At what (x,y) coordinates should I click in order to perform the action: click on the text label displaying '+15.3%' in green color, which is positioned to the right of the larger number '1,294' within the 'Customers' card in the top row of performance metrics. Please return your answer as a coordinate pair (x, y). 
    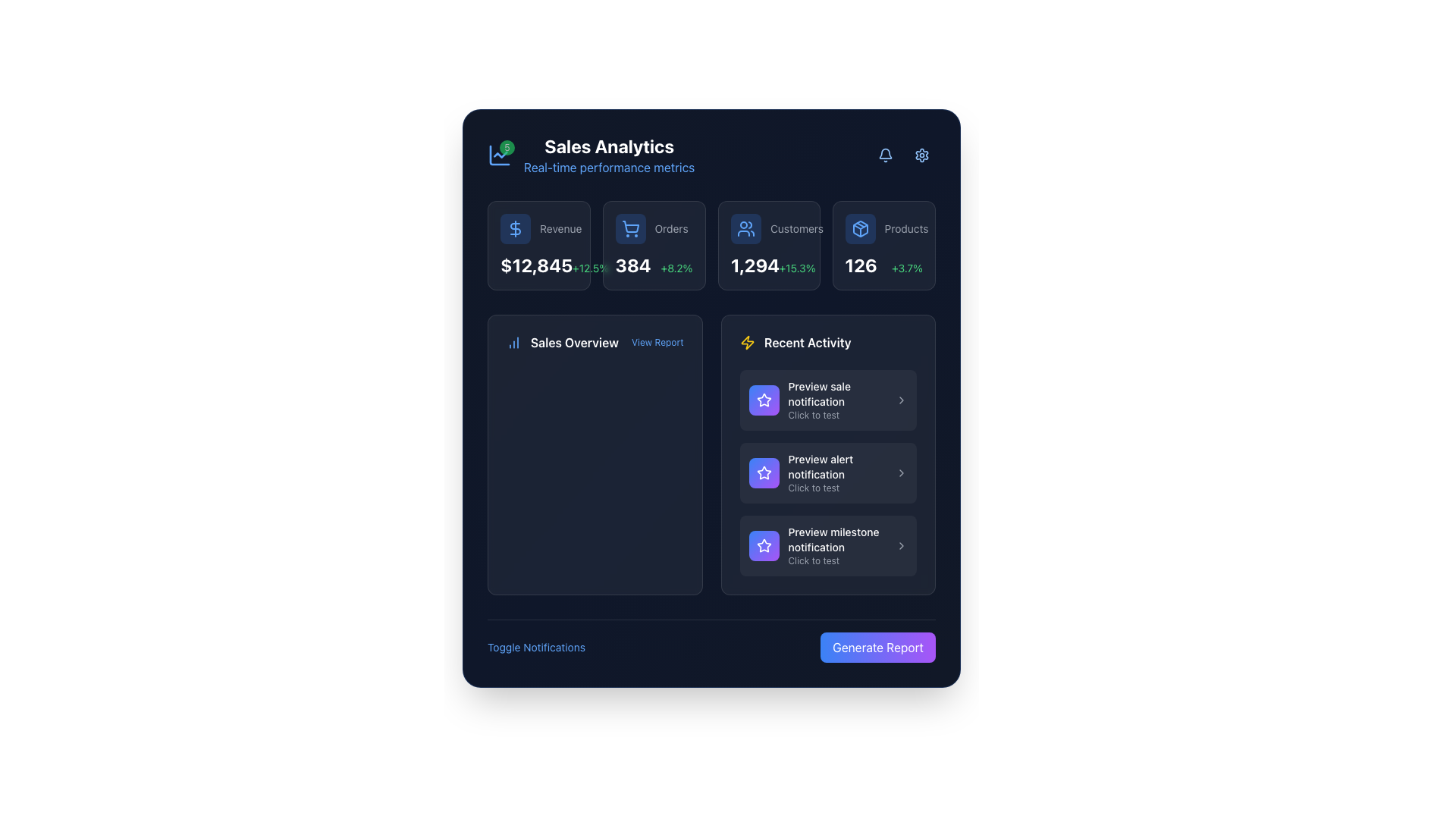
    Looking at the image, I should click on (796, 268).